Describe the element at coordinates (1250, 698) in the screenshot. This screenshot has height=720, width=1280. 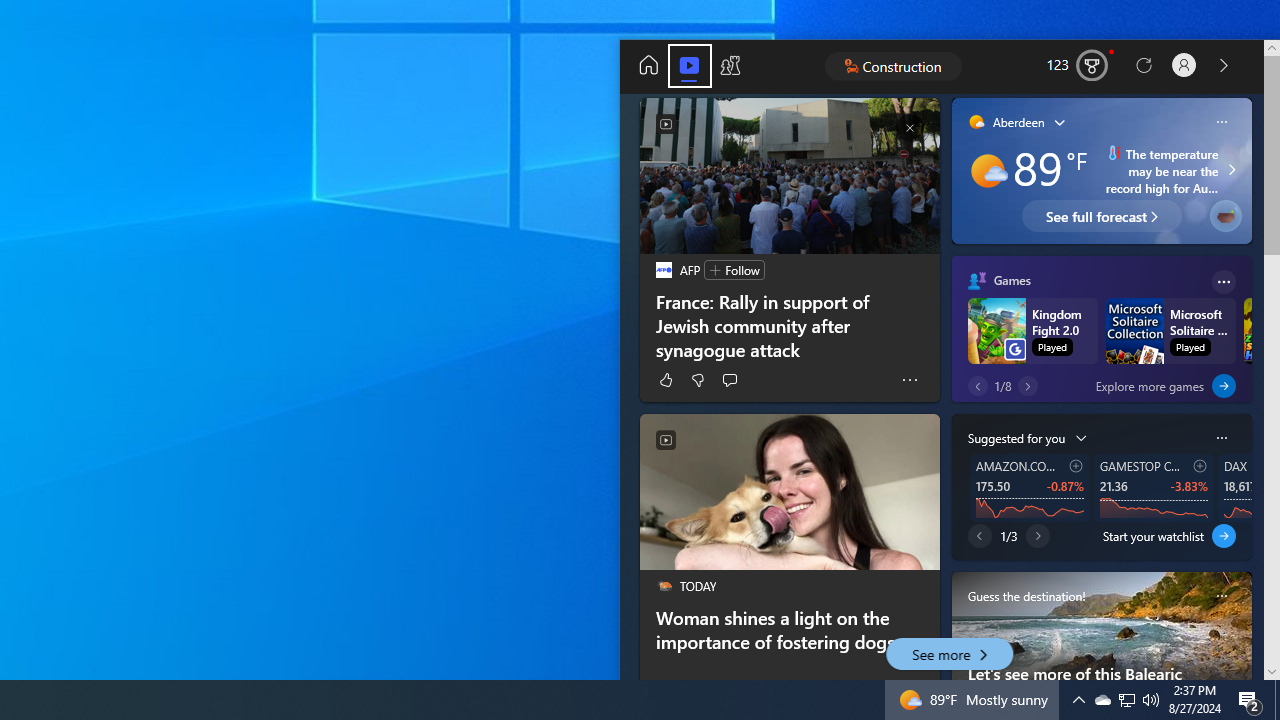
I see `'Show desktop'` at that location.